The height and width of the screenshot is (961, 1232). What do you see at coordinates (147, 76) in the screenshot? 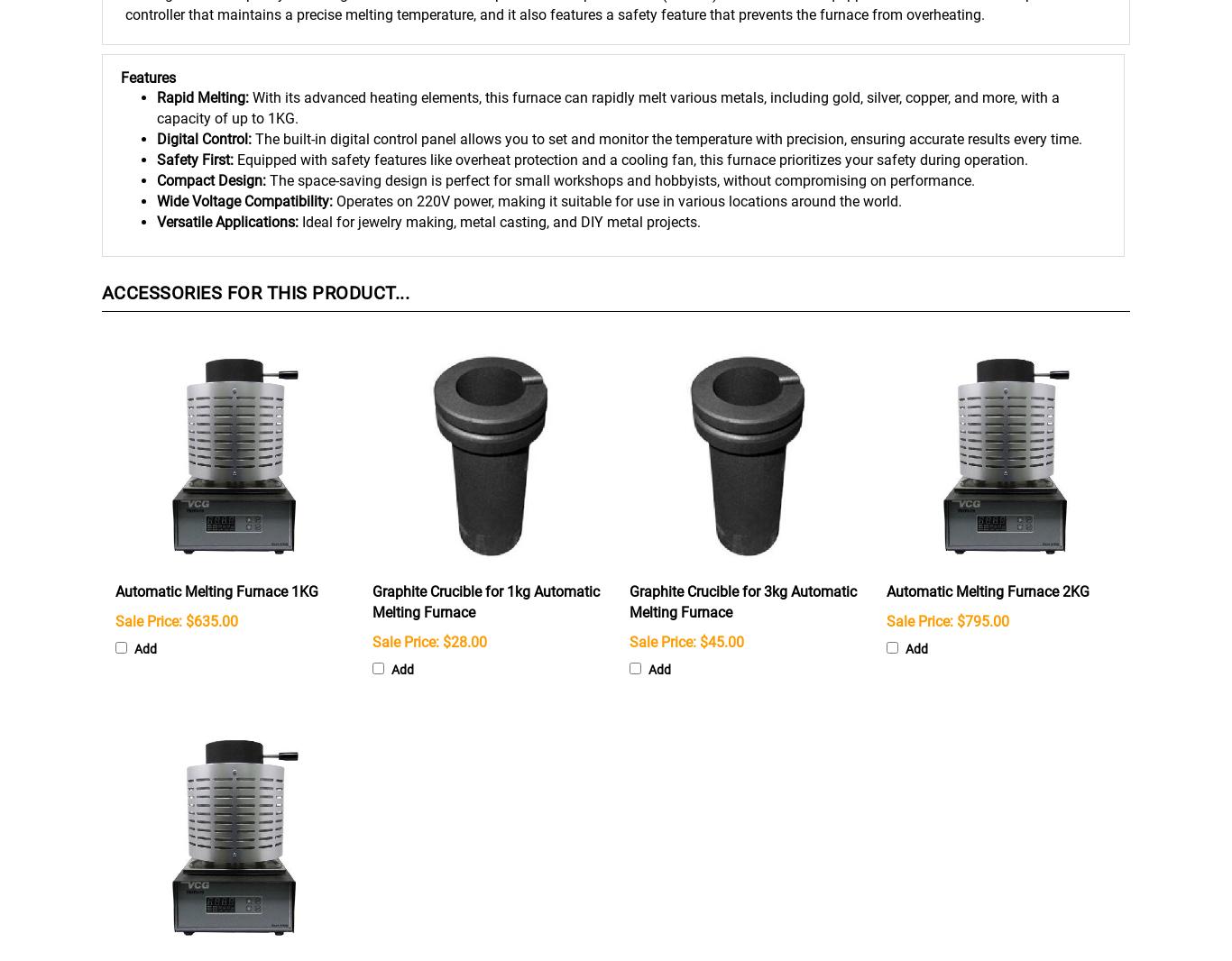
I see `'Features'` at bounding box center [147, 76].